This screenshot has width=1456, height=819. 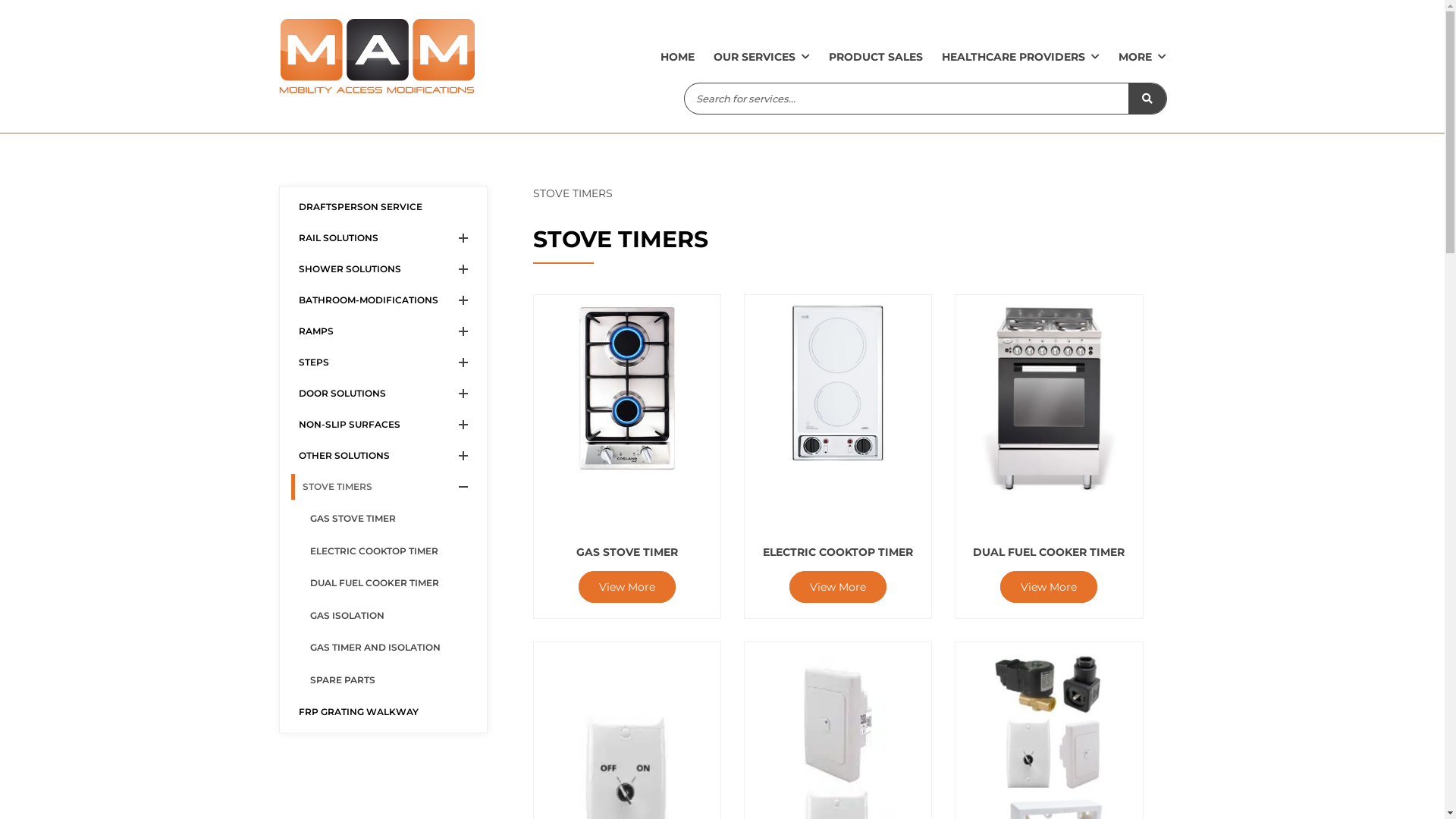 What do you see at coordinates (369, 268) in the screenshot?
I see `'SHOWER SOLUTIONS'` at bounding box center [369, 268].